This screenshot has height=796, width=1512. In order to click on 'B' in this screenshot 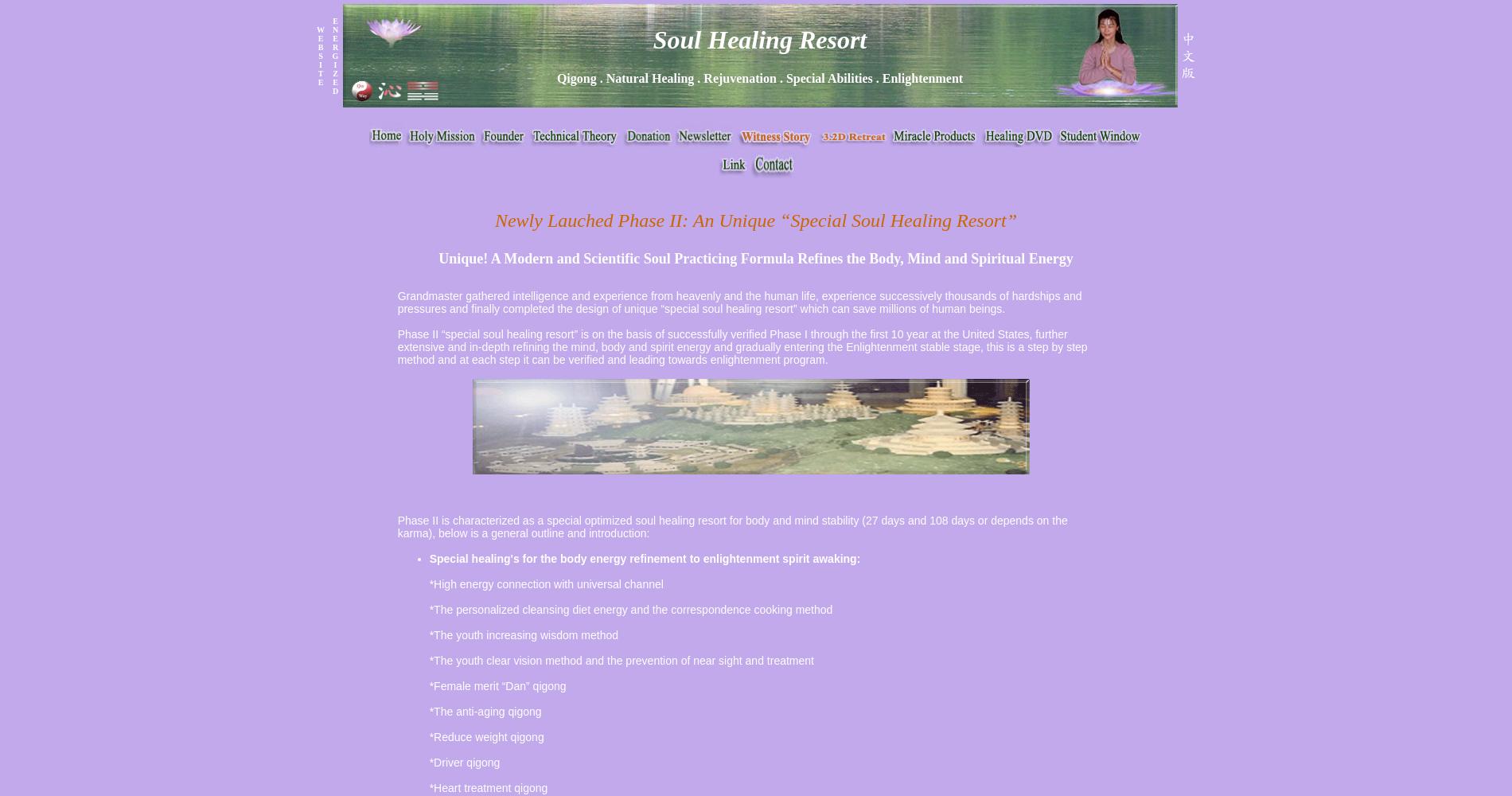, I will do `click(317, 46)`.